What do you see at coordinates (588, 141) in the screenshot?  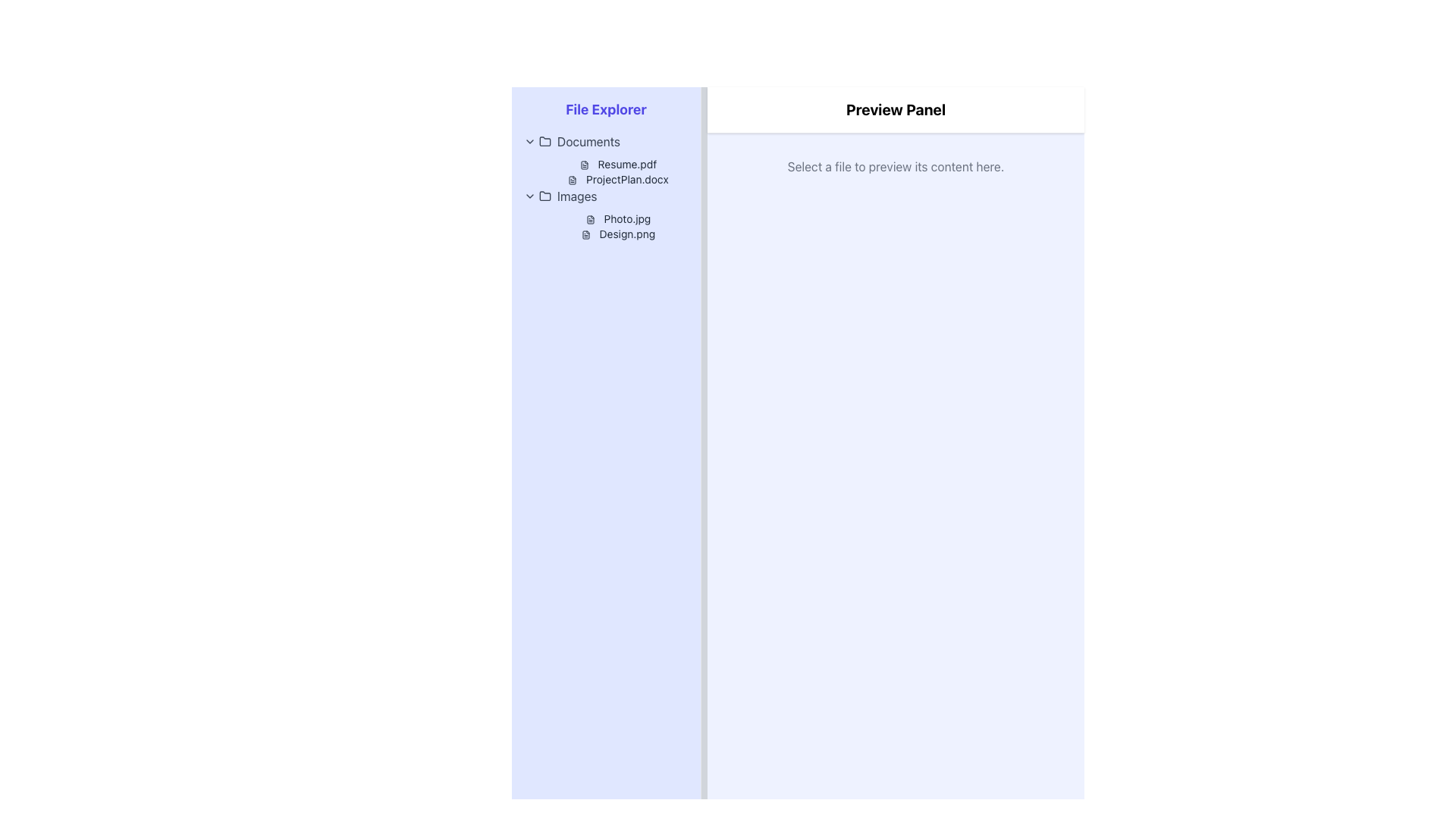 I see `the 'Documents' text label in the File Explorer navigation panel` at bounding box center [588, 141].